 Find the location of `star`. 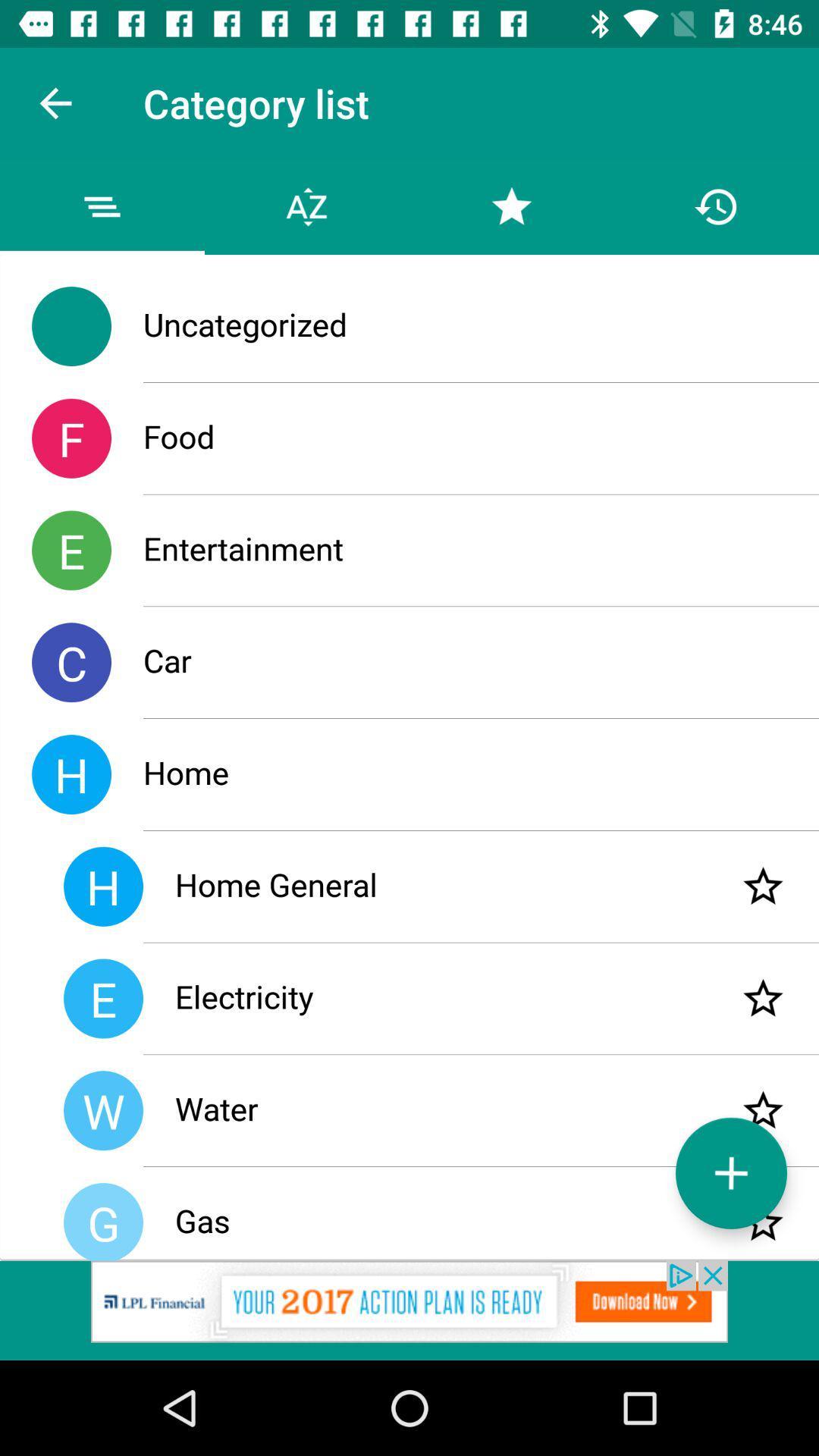

star is located at coordinates (763, 886).